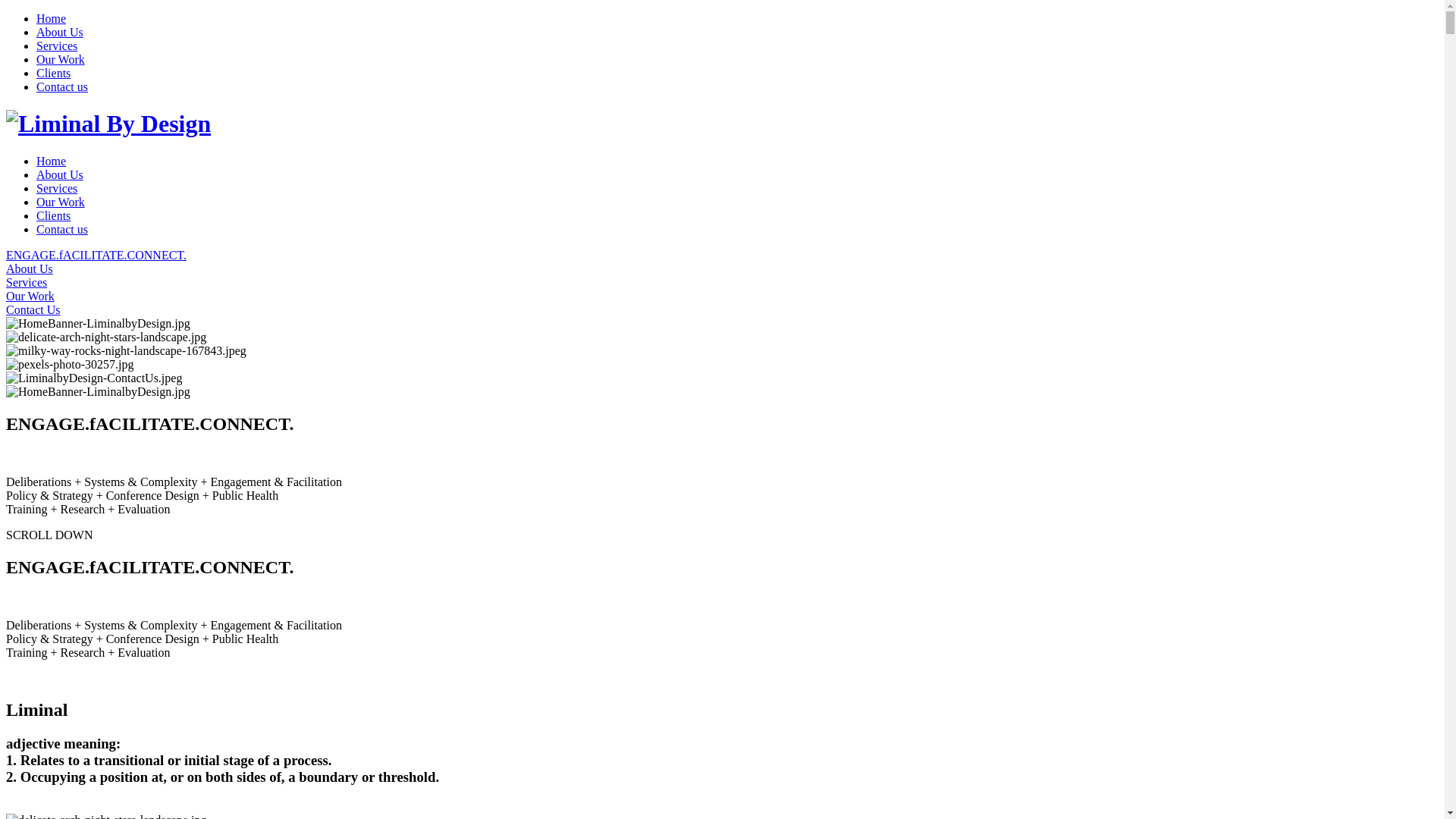  I want to click on 'Home', so click(51, 18).